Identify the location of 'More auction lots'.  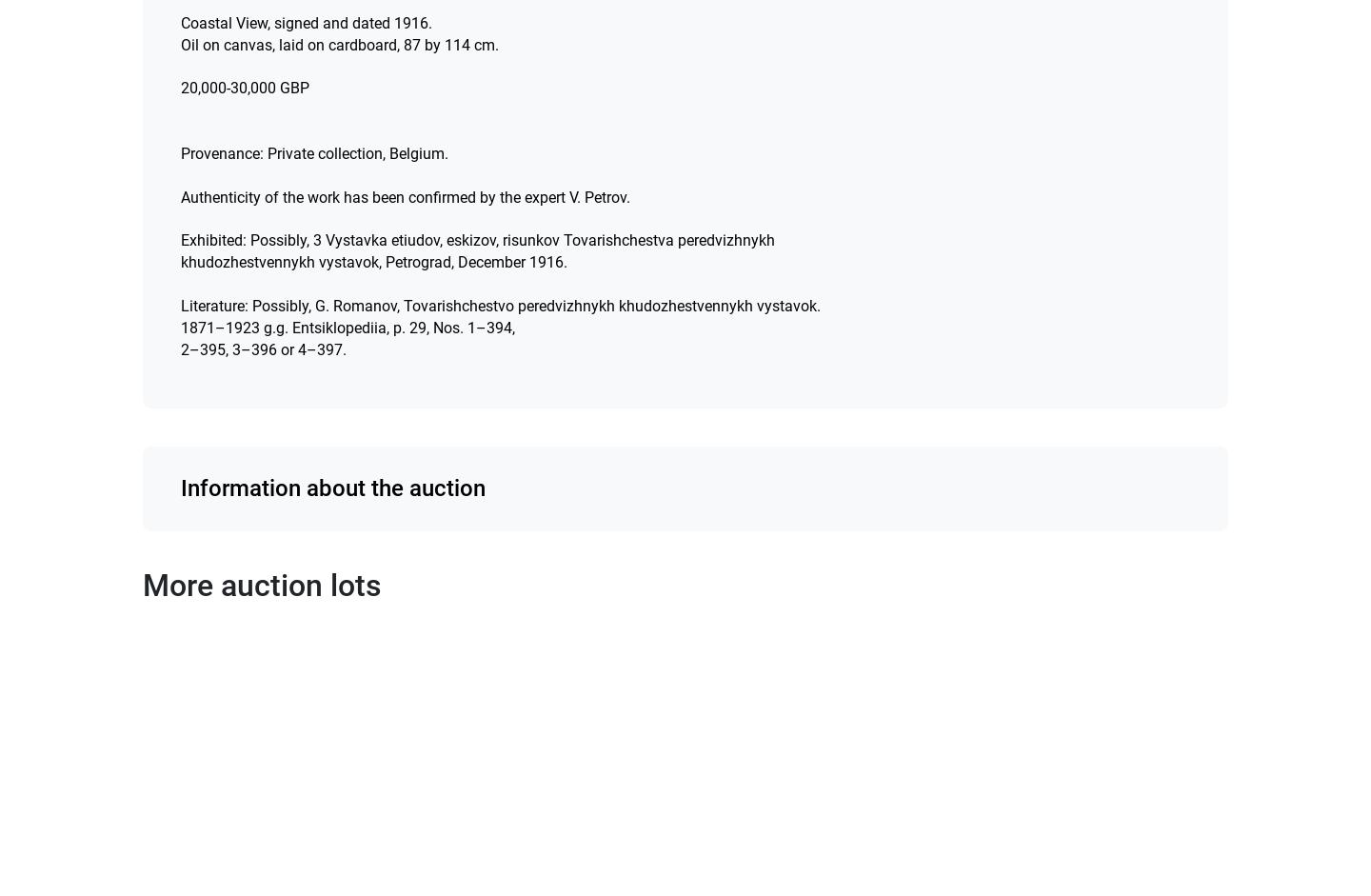
(261, 586).